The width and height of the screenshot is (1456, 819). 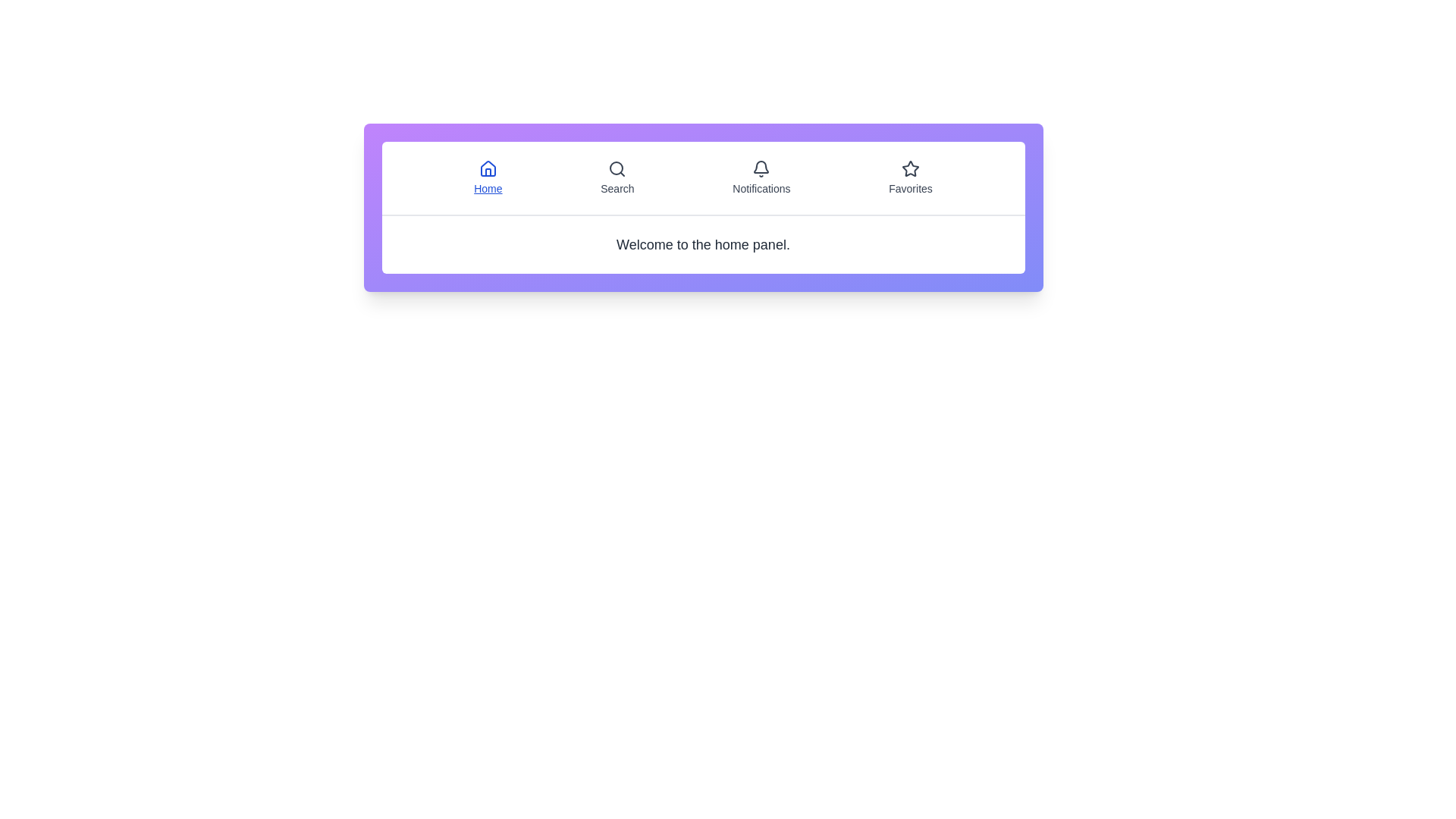 What do you see at coordinates (617, 177) in the screenshot?
I see `the tab labeled Search` at bounding box center [617, 177].